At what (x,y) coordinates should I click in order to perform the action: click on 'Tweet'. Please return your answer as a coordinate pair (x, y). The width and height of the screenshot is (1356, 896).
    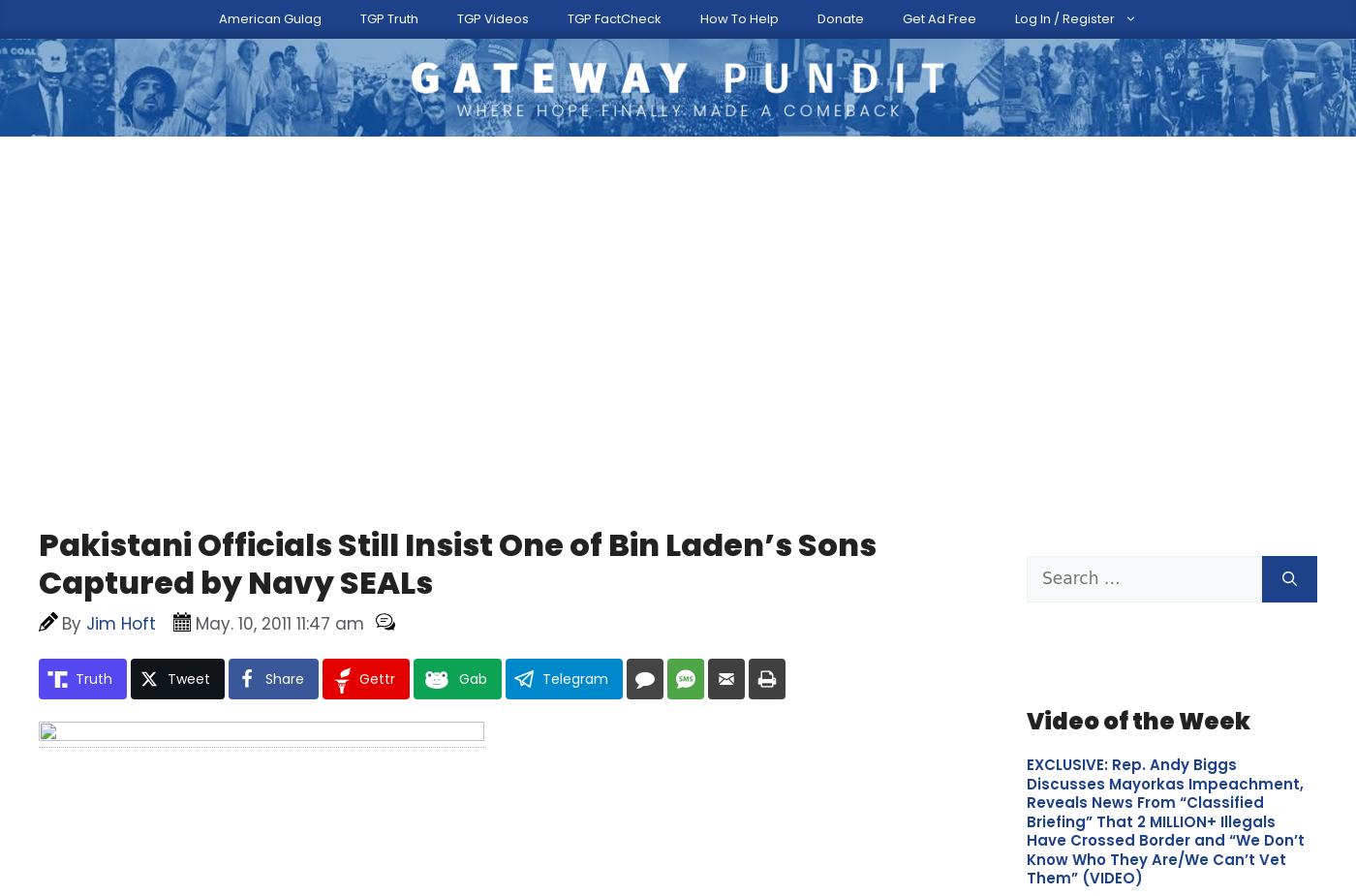
    Looking at the image, I should click on (189, 570).